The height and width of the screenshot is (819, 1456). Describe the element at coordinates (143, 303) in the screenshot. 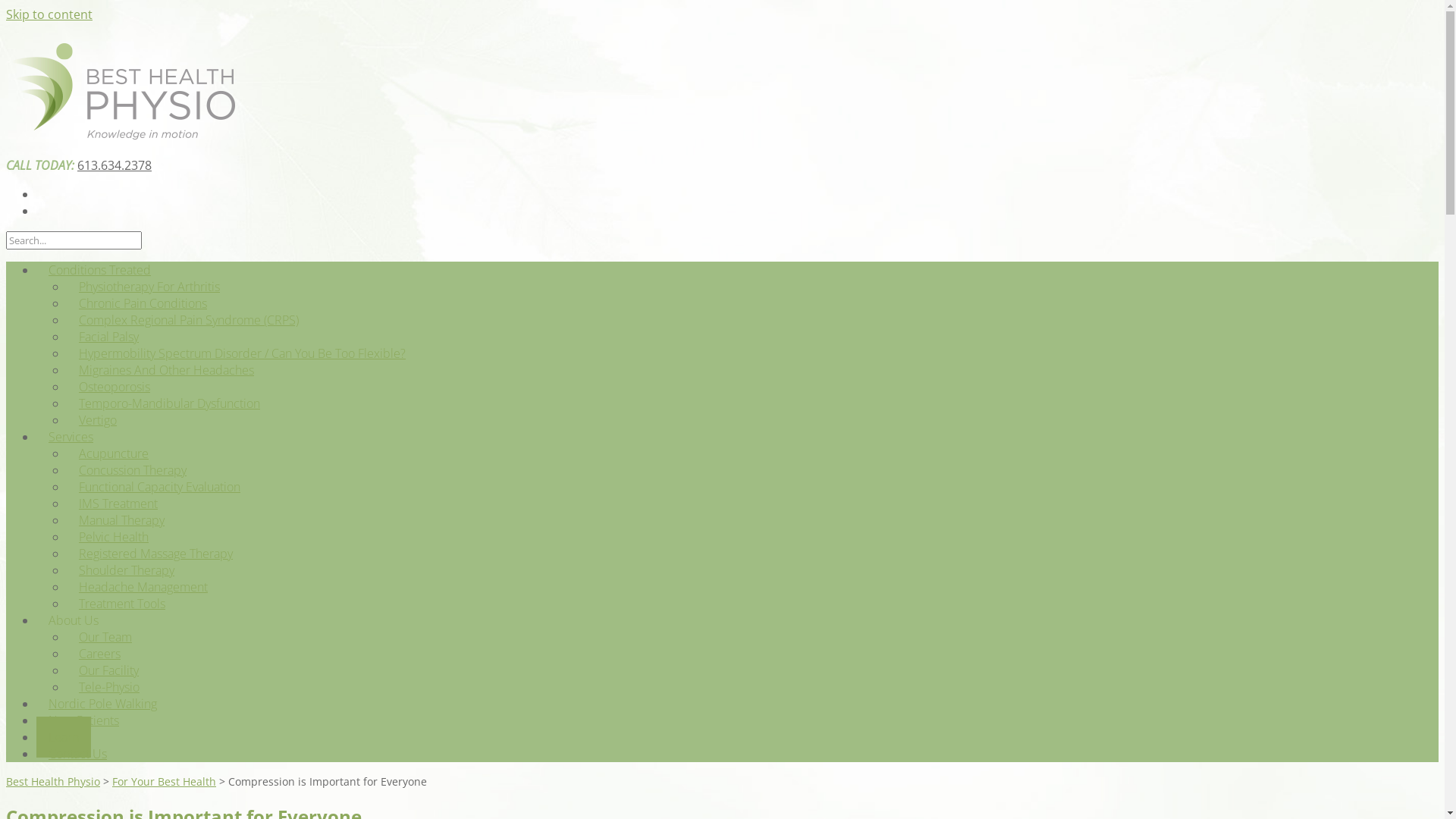

I see `'Chronic Pain Conditions'` at that location.